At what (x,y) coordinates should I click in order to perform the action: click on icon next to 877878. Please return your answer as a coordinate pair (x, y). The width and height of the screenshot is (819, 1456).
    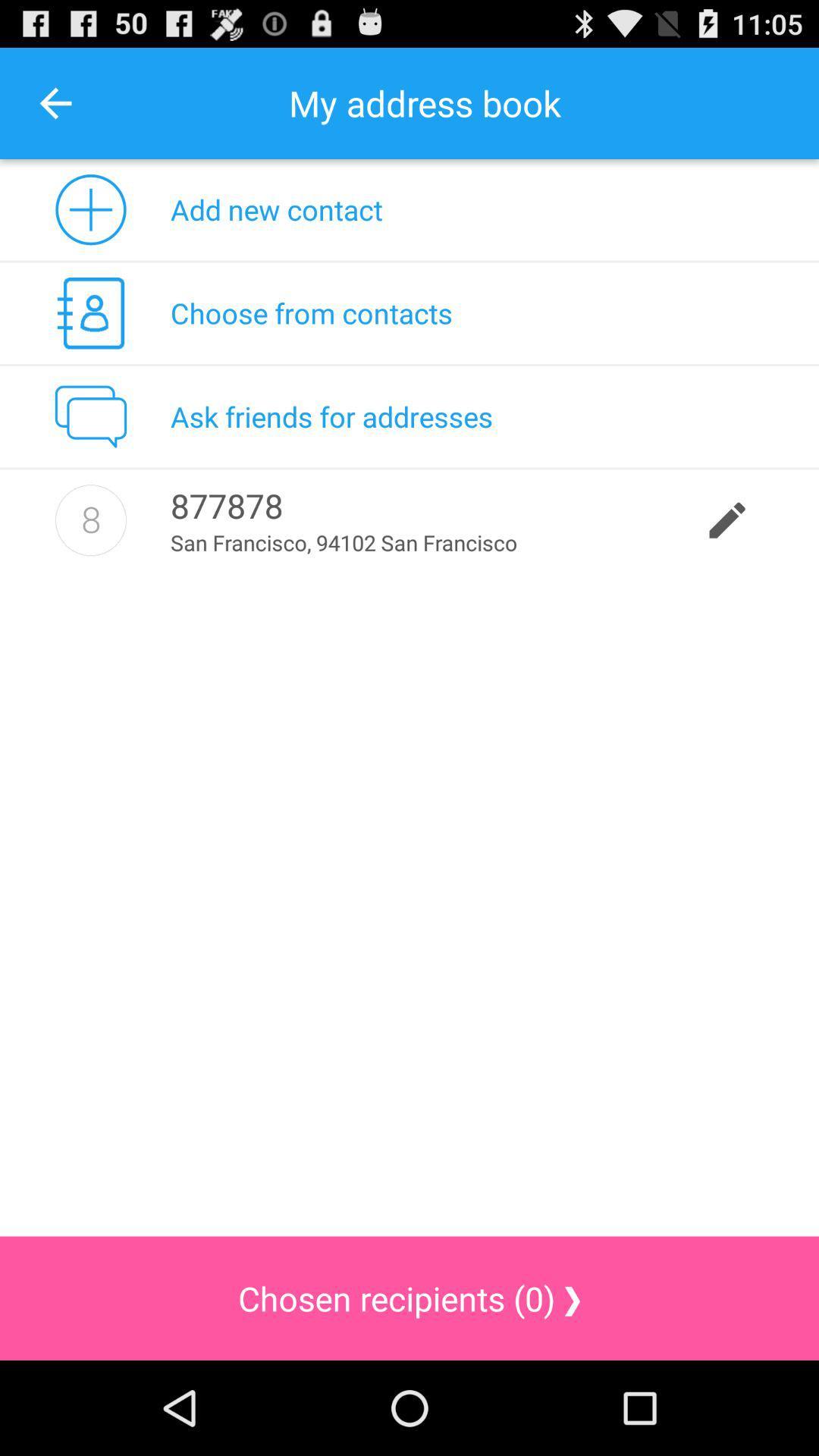
    Looking at the image, I should click on (90, 520).